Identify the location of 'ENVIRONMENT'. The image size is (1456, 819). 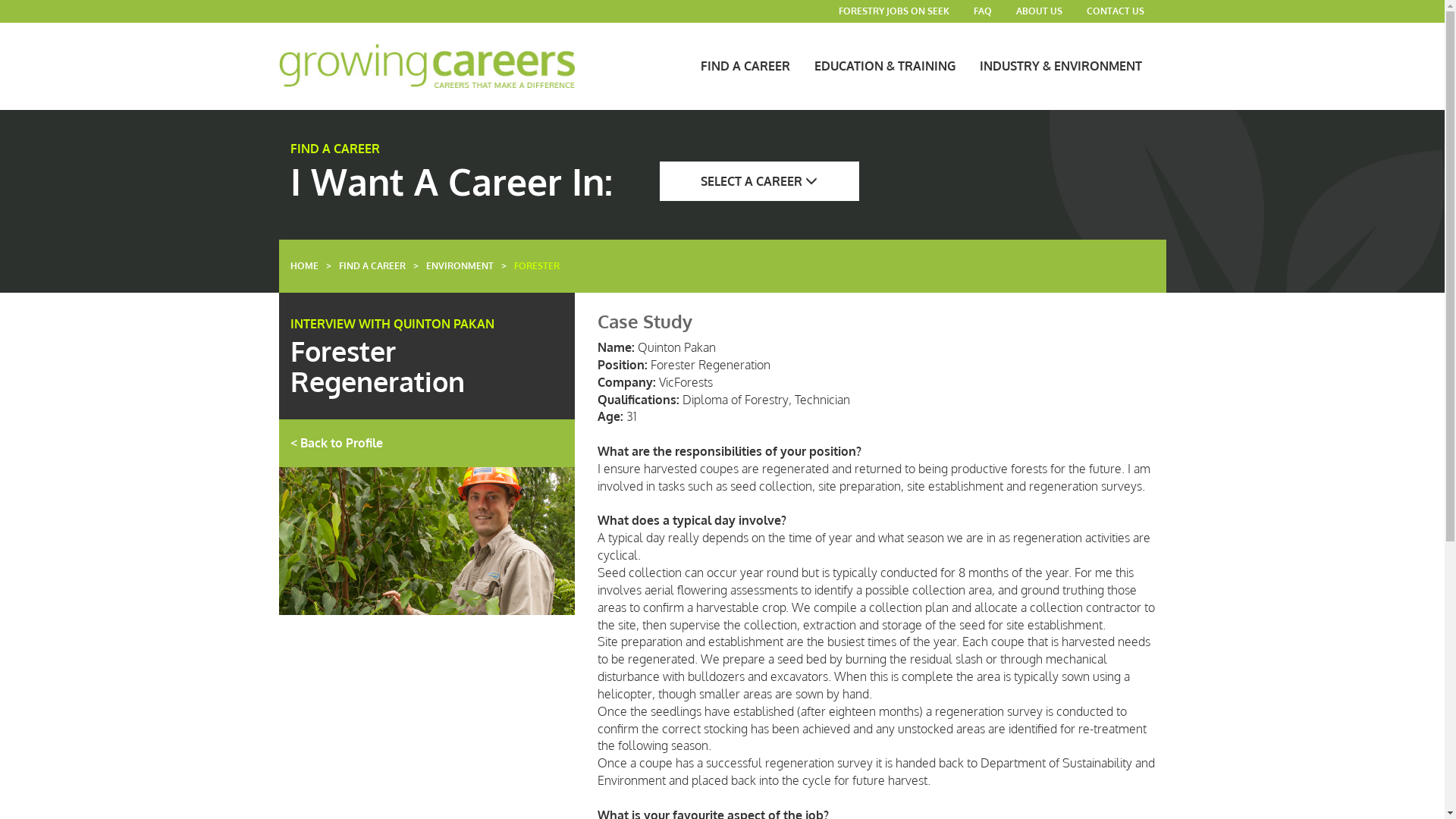
(463, 265).